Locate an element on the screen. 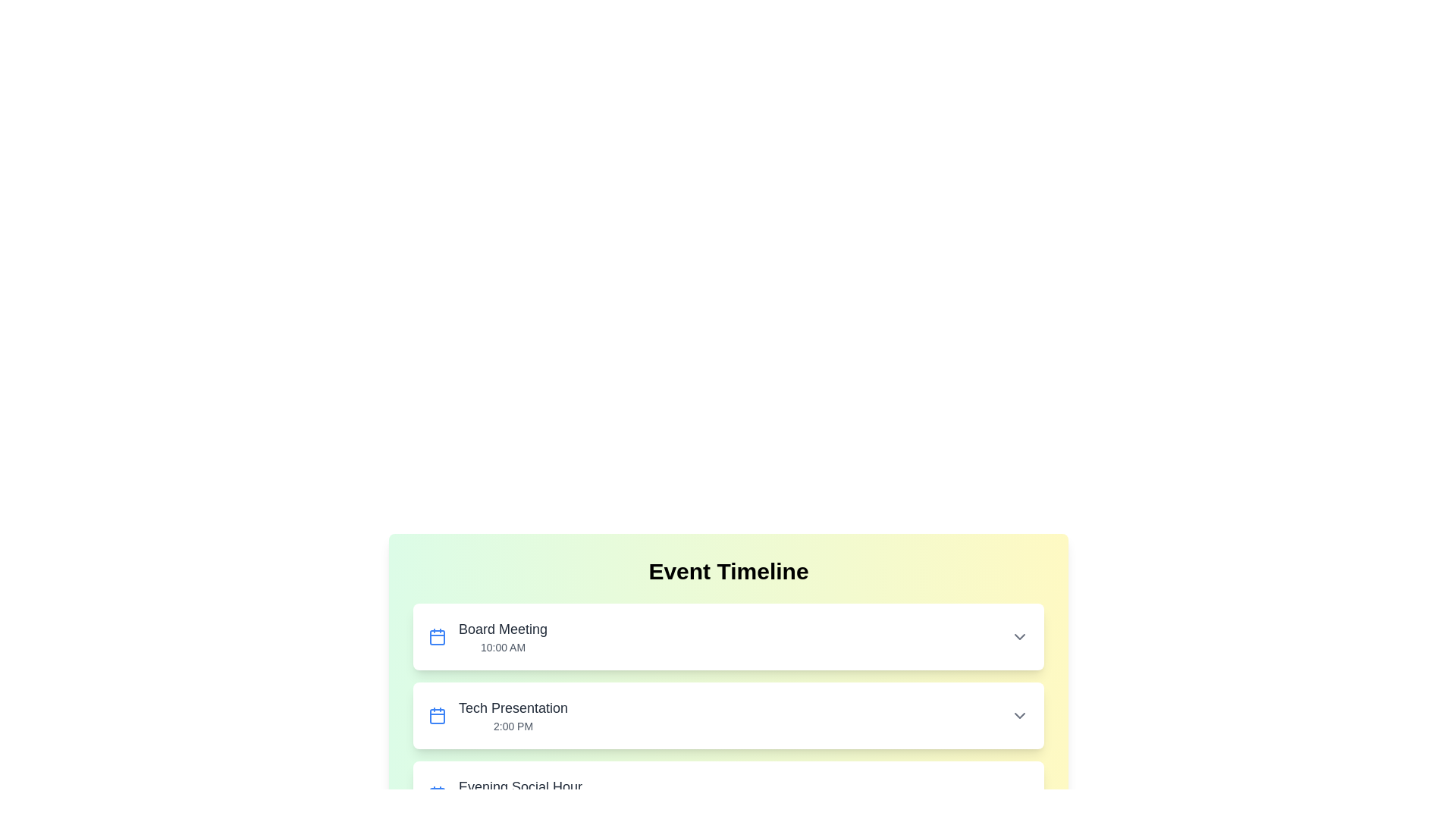 This screenshot has width=1456, height=819. the 'Board Meeting' text element, which is displayed in a medium-sized dark gray font at the top of the 'Event Timeline' section is located at coordinates (503, 629).